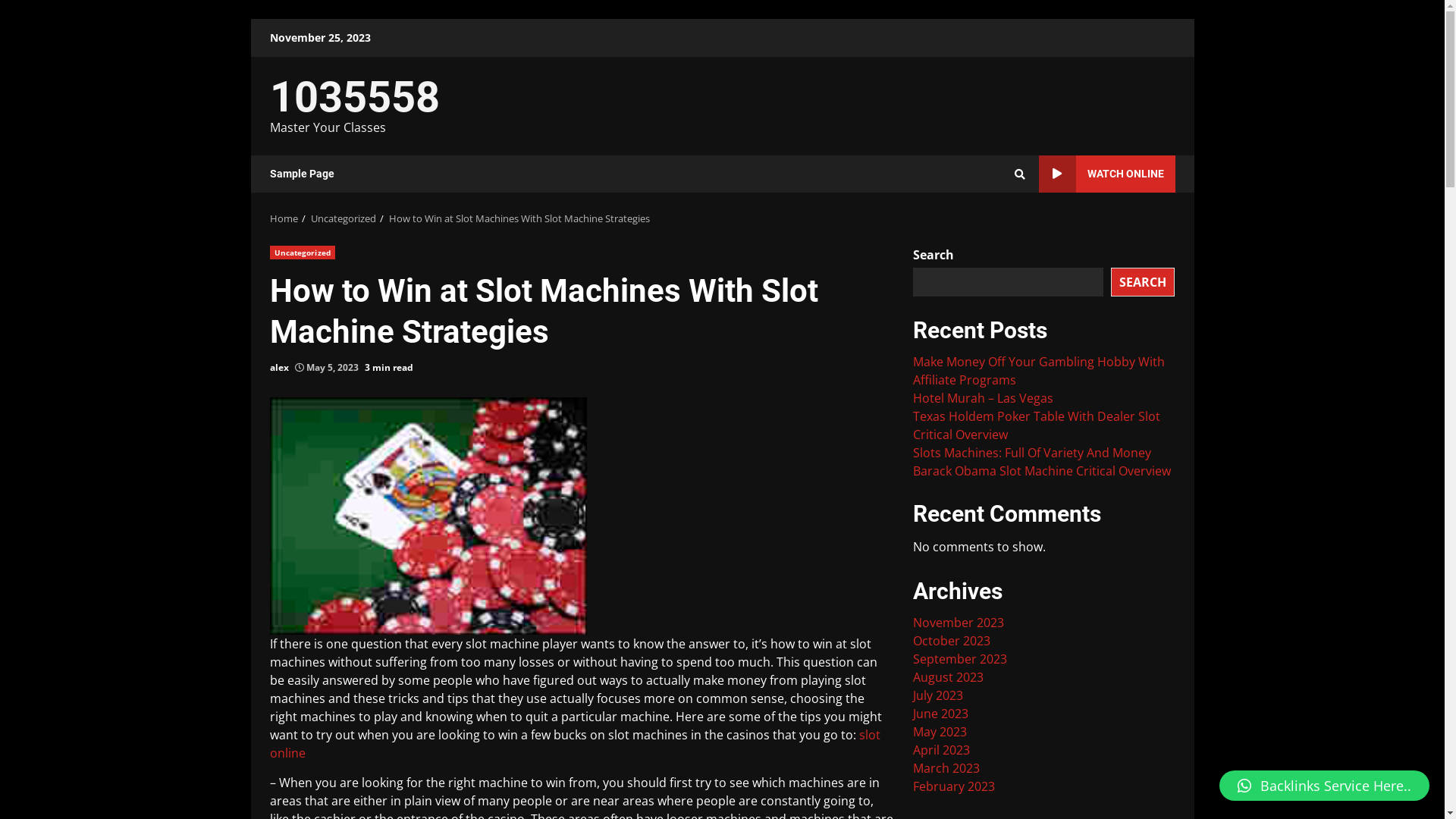 The image size is (1456, 819). I want to click on 'September 2023', so click(959, 657).